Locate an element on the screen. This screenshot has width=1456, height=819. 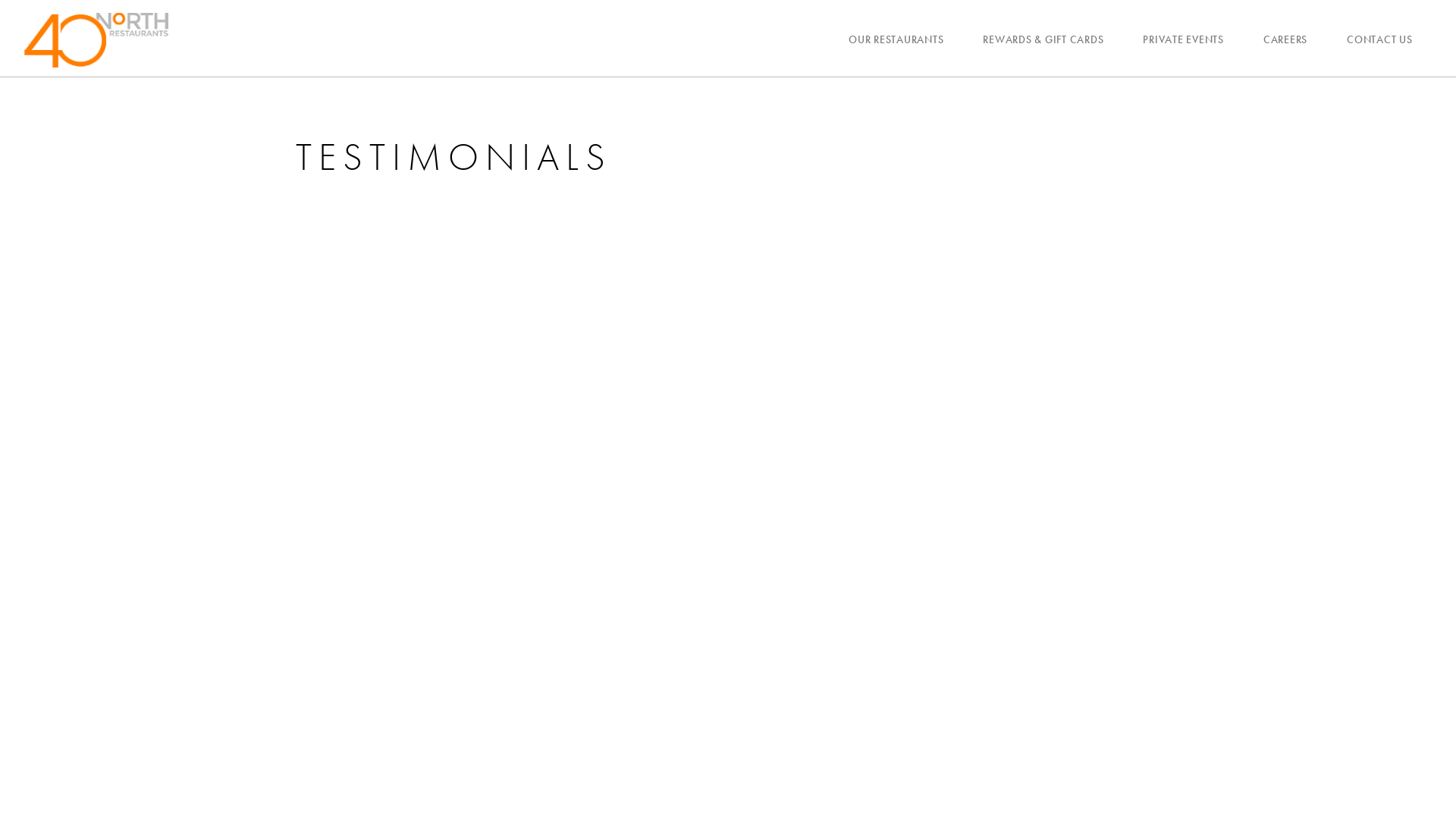
'CAREERS' is located at coordinates (1244, 38).